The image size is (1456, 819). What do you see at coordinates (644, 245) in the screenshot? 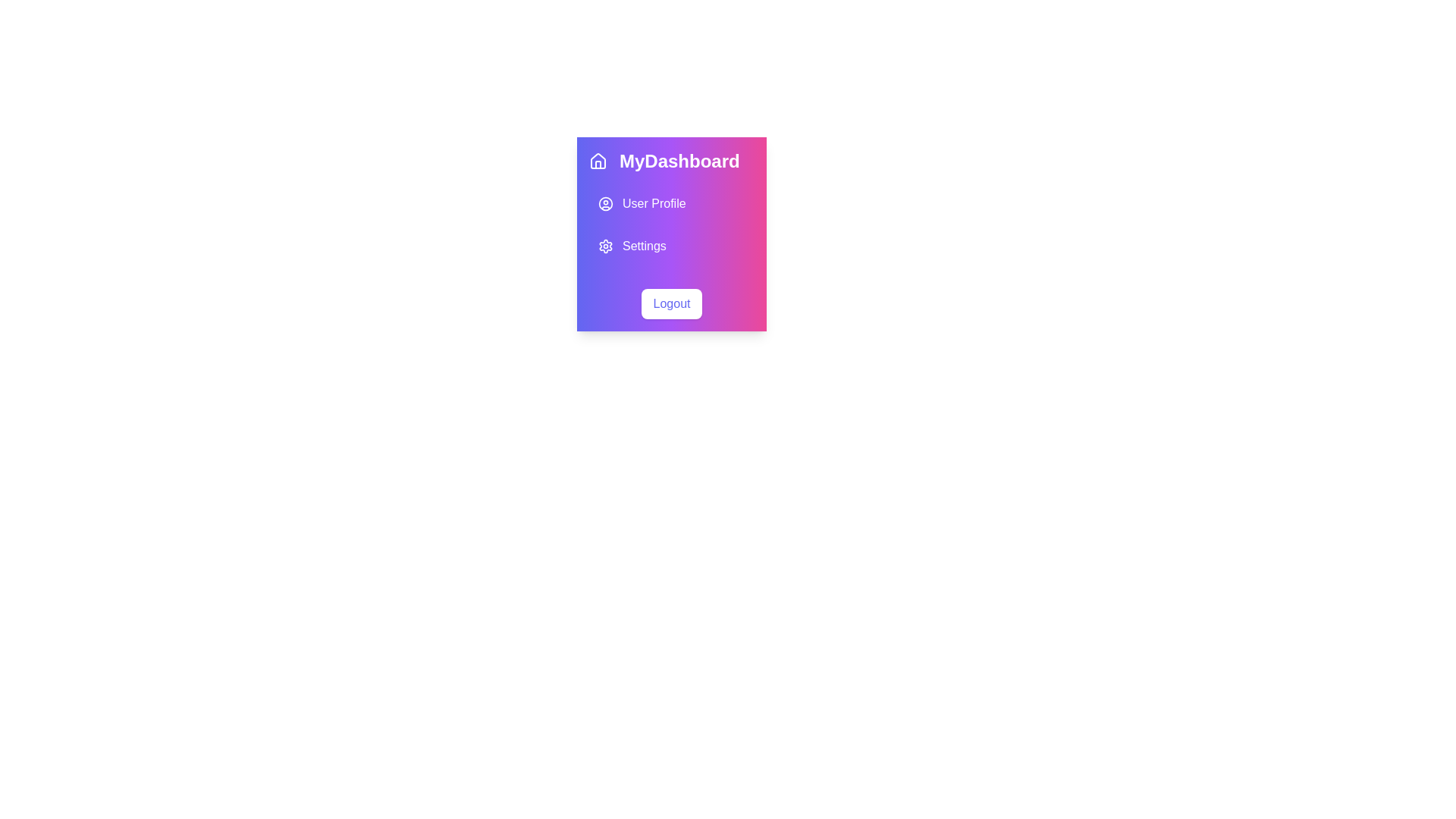
I see `the 'Settings' text label in the vertical navigation menu, which is the third option below 'User Profile' and is displayed in white color on a purple background` at bounding box center [644, 245].